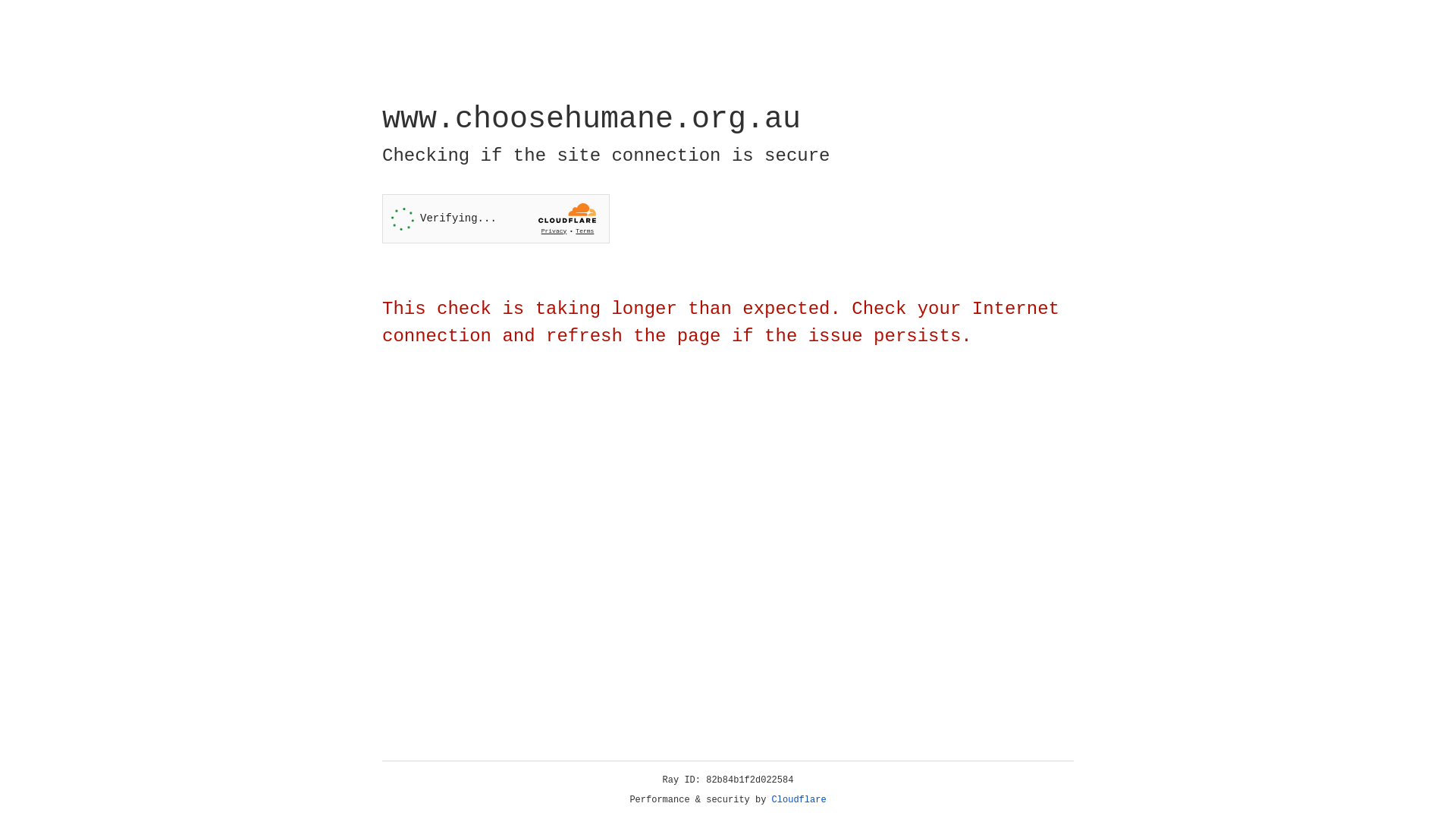  What do you see at coordinates (495, 218) in the screenshot?
I see `'Widget containing a Cloudflare security challenge'` at bounding box center [495, 218].